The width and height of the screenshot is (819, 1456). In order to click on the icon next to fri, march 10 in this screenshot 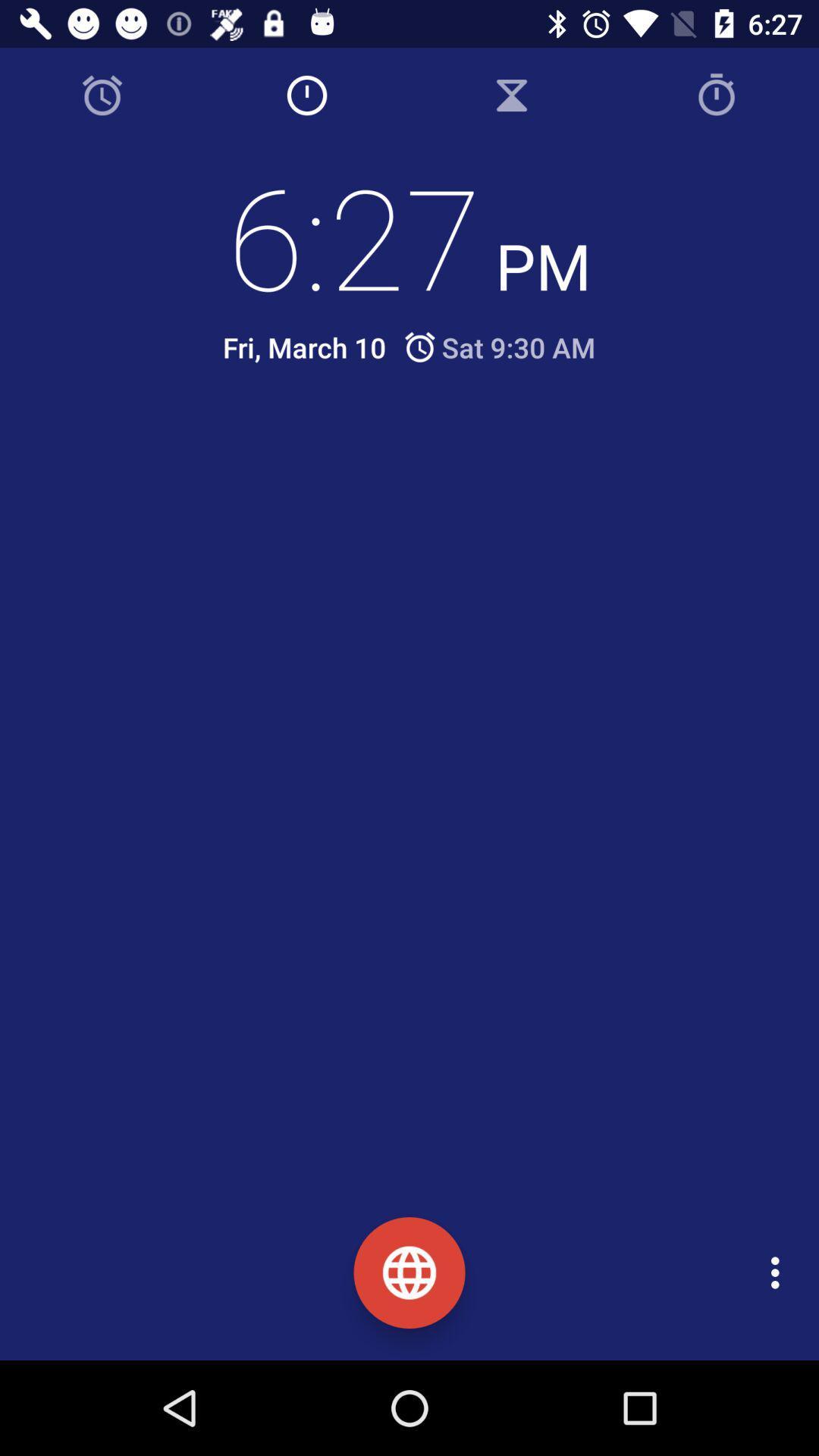, I will do `click(498, 347)`.